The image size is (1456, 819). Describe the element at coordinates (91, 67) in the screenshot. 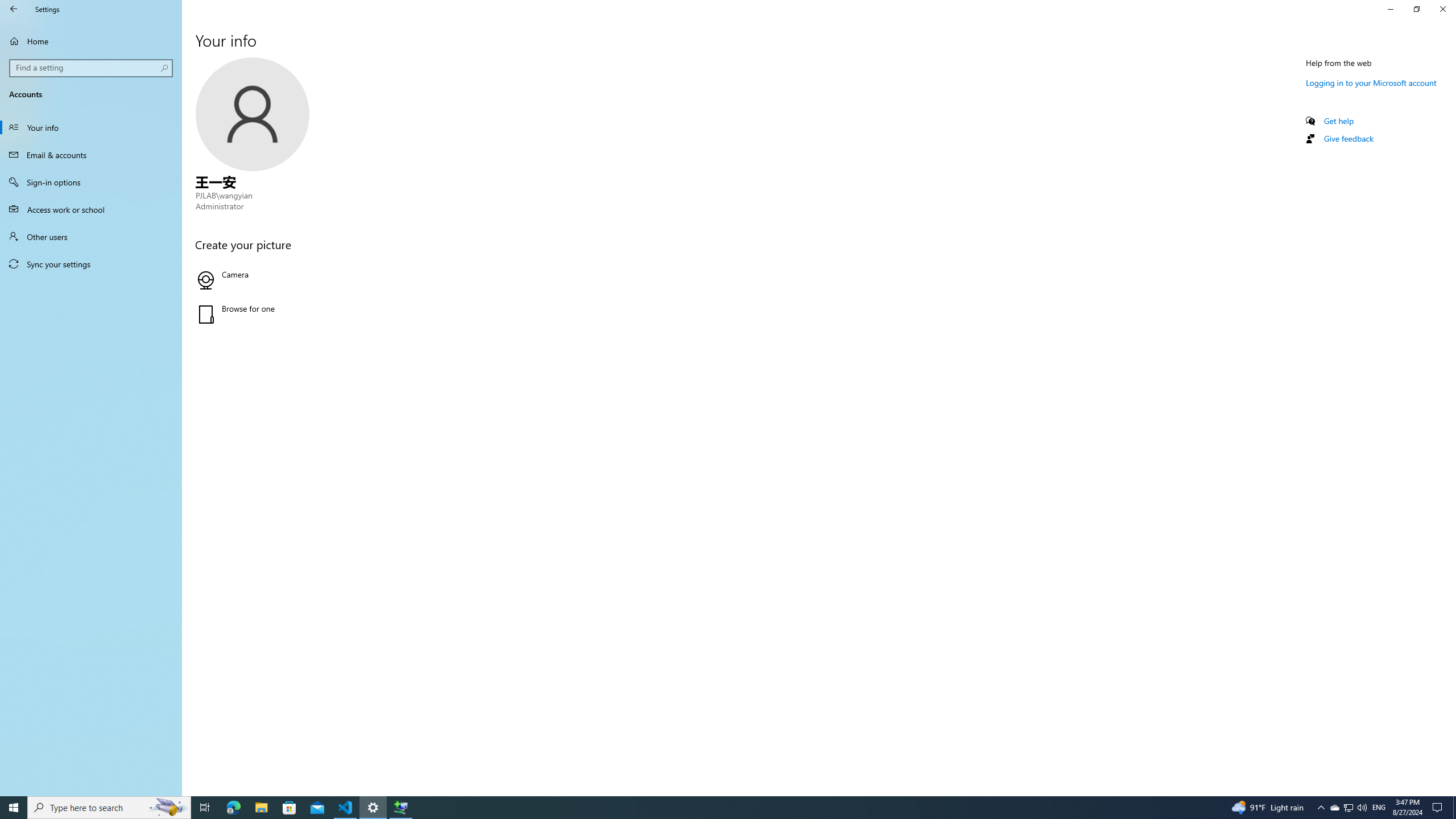

I see `'Search box, Find a setting'` at that location.